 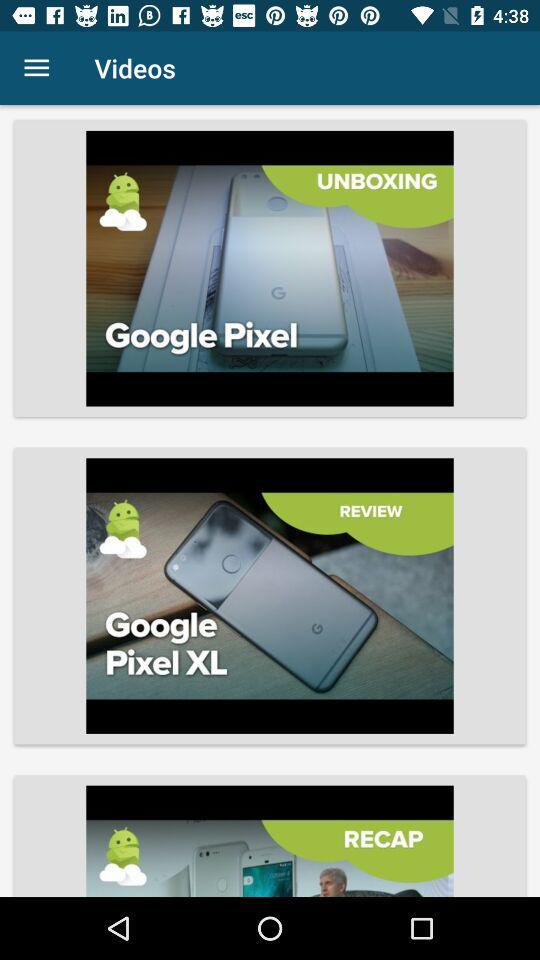 I want to click on the icon to the left of videos item, so click(x=36, y=68).